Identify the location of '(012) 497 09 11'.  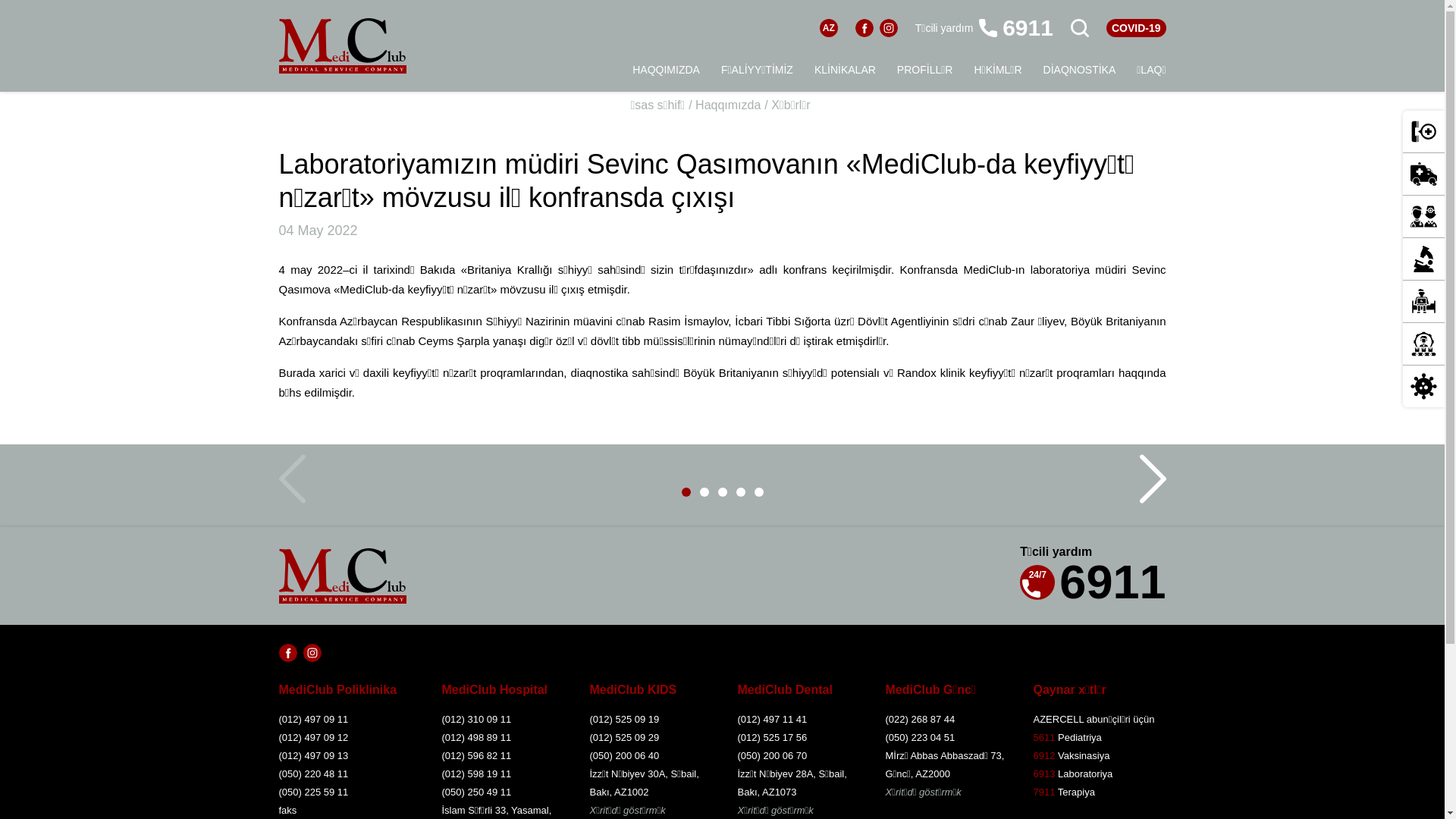
(346, 718).